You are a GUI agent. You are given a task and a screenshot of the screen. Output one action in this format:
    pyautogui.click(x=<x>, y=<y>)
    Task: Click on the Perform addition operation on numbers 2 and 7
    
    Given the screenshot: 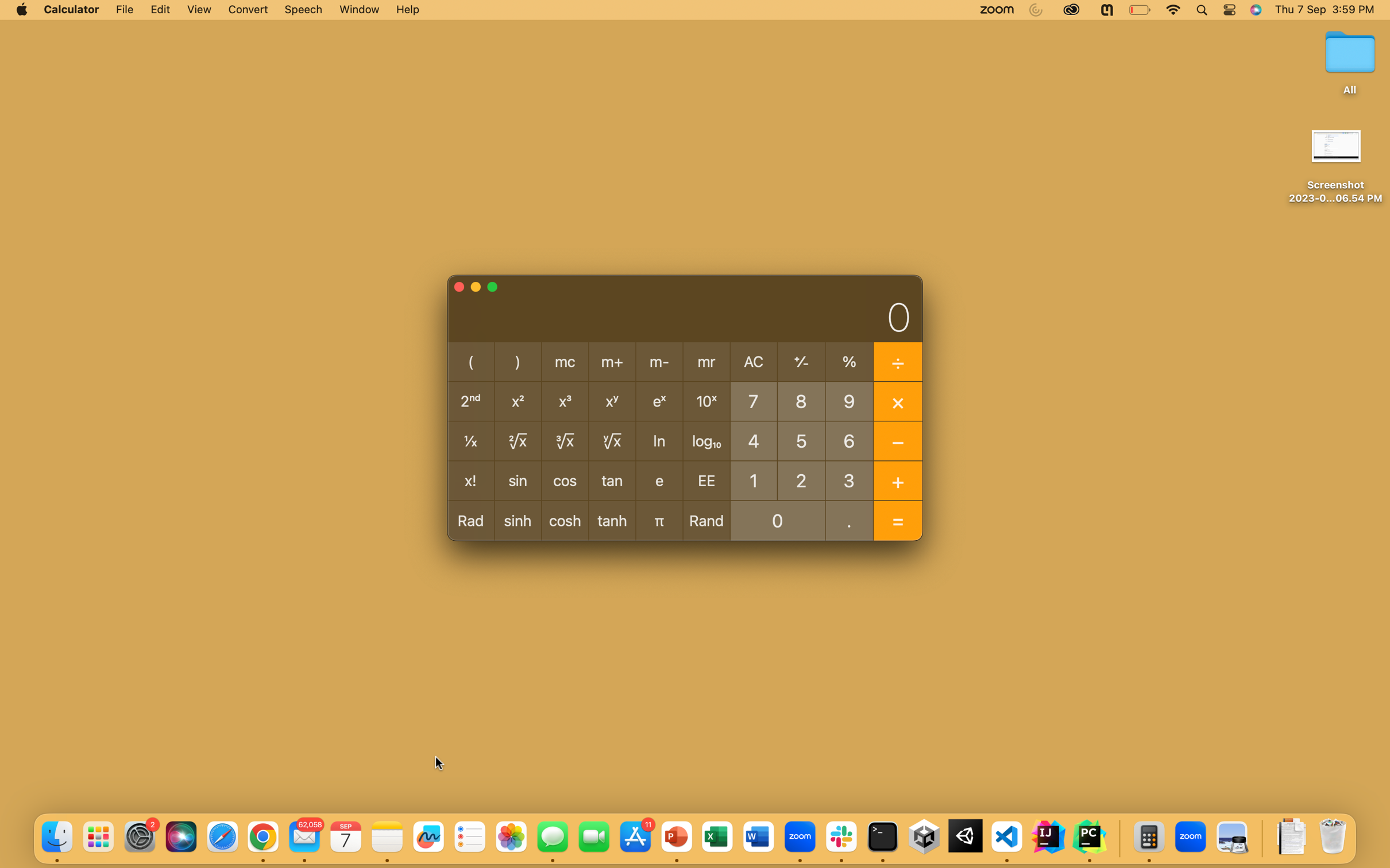 What is the action you would take?
    pyautogui.click(x=801, y=479)
    